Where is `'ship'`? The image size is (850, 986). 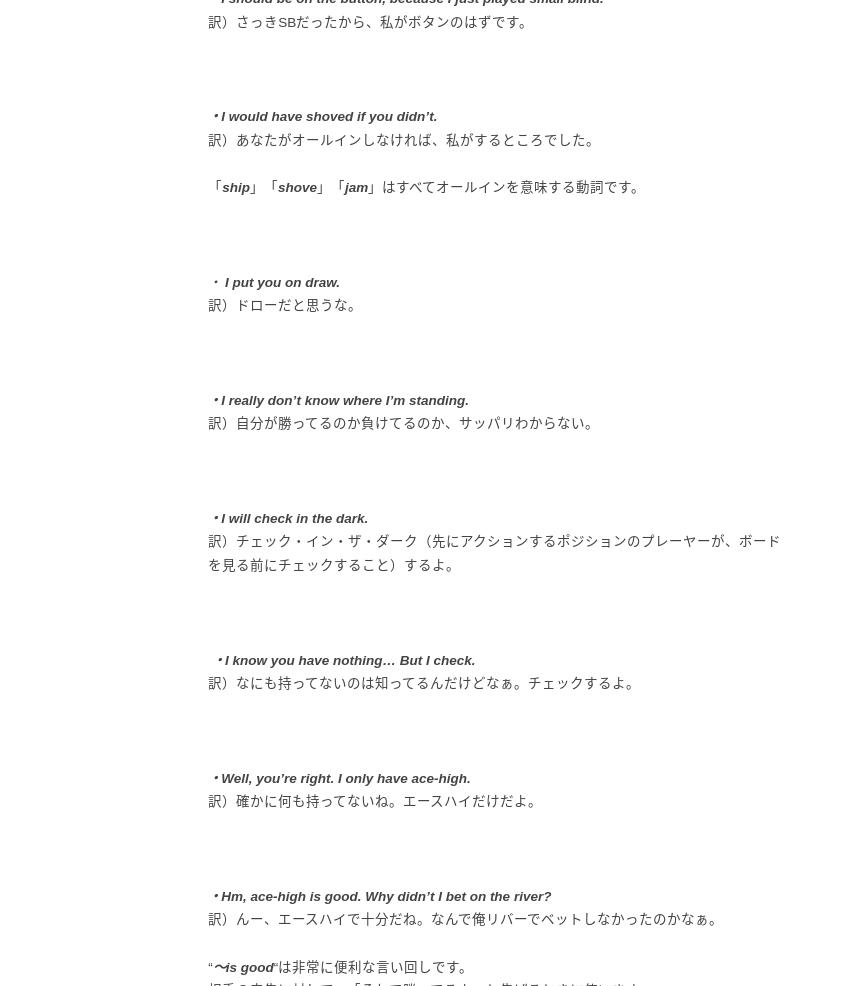 'ship' is located at coordinates (235, 186).